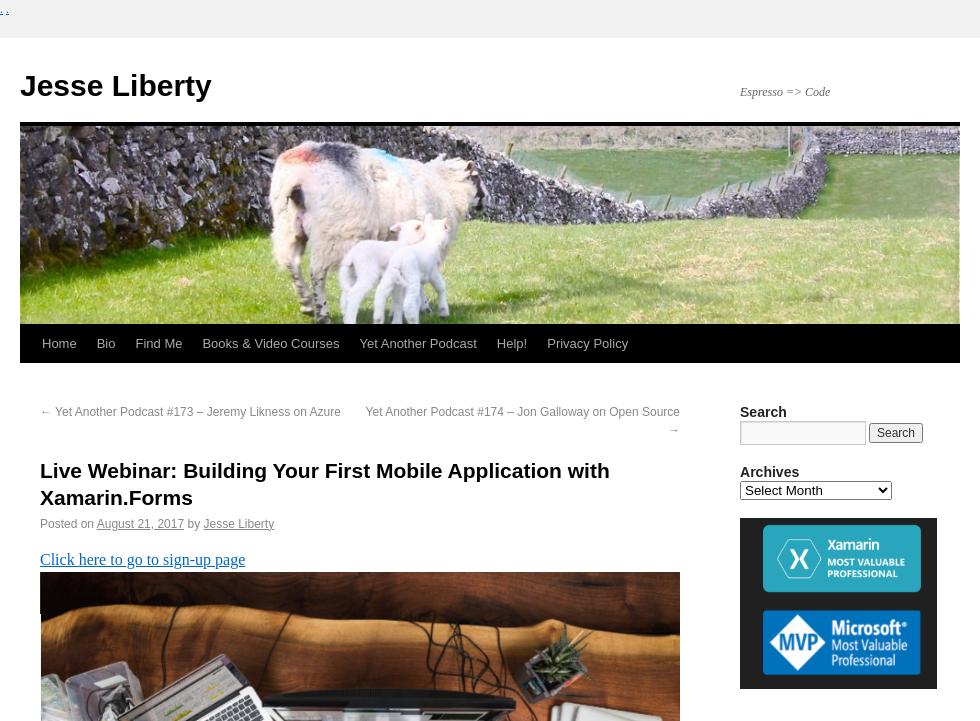 This screenshot has width=980, height=721. What do you see at coordinates (196, 410) in the screenshot?
I see `'Yet Another Podcast #173 – Jeremy Likness on Azure'` at bounding box center [196, 410].